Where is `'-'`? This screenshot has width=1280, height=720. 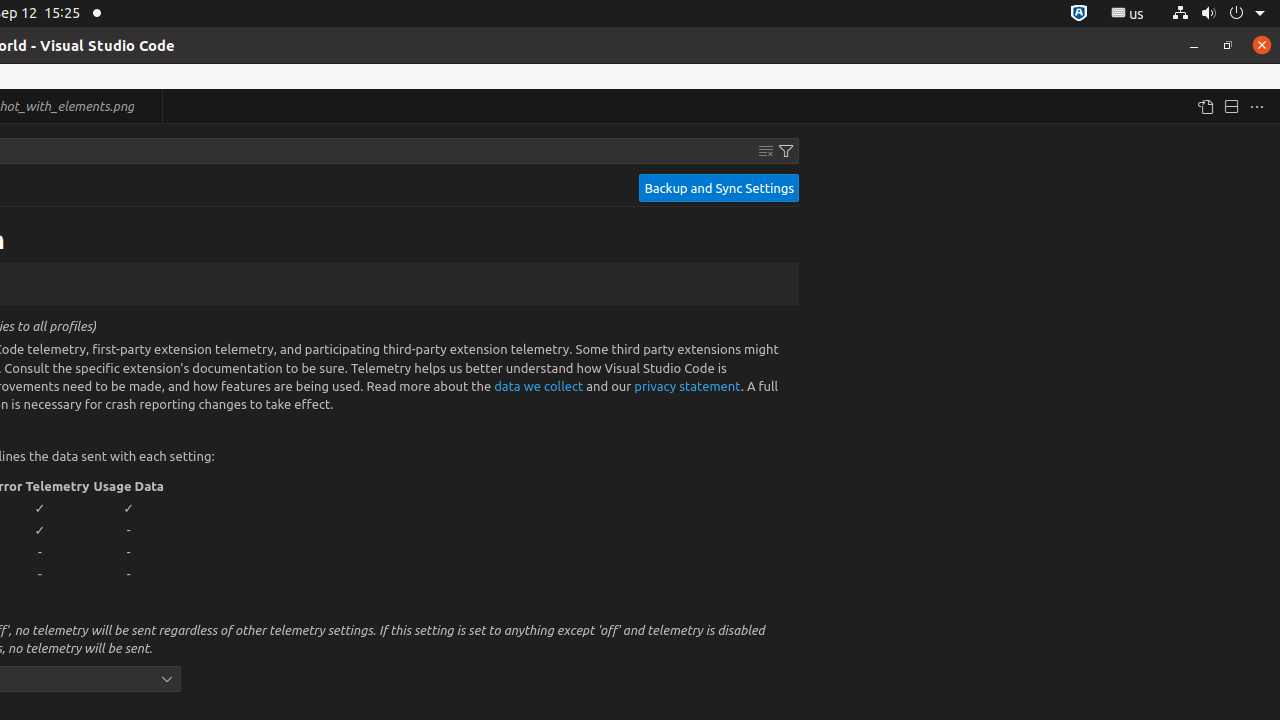 '-' is located at coordinates (128, 528).